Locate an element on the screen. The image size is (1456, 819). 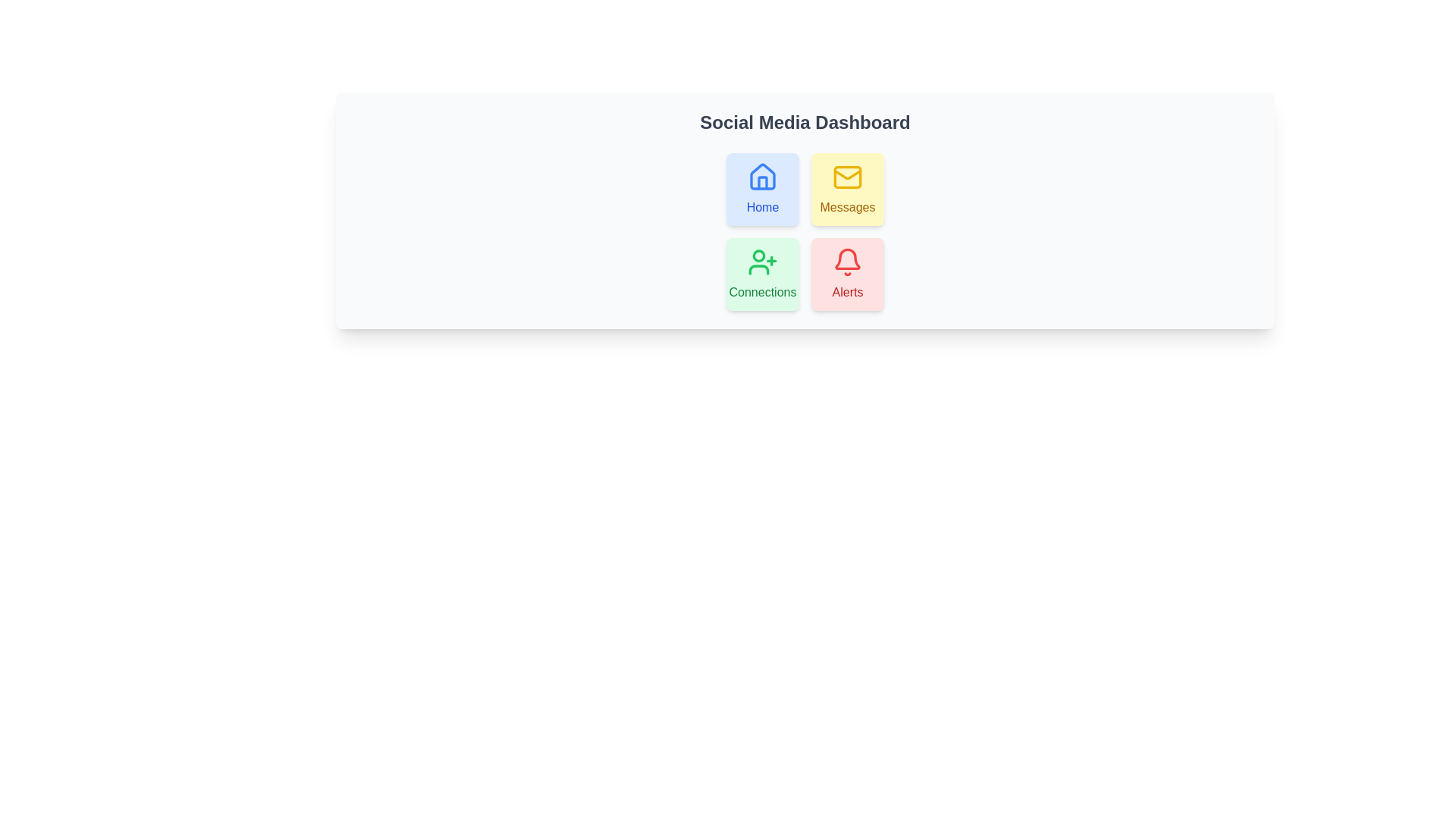
the 'Home' button, which is represented by a house-shaped icon in the top-left of the Social Media Dashboard is located at coordinates (763, 182).